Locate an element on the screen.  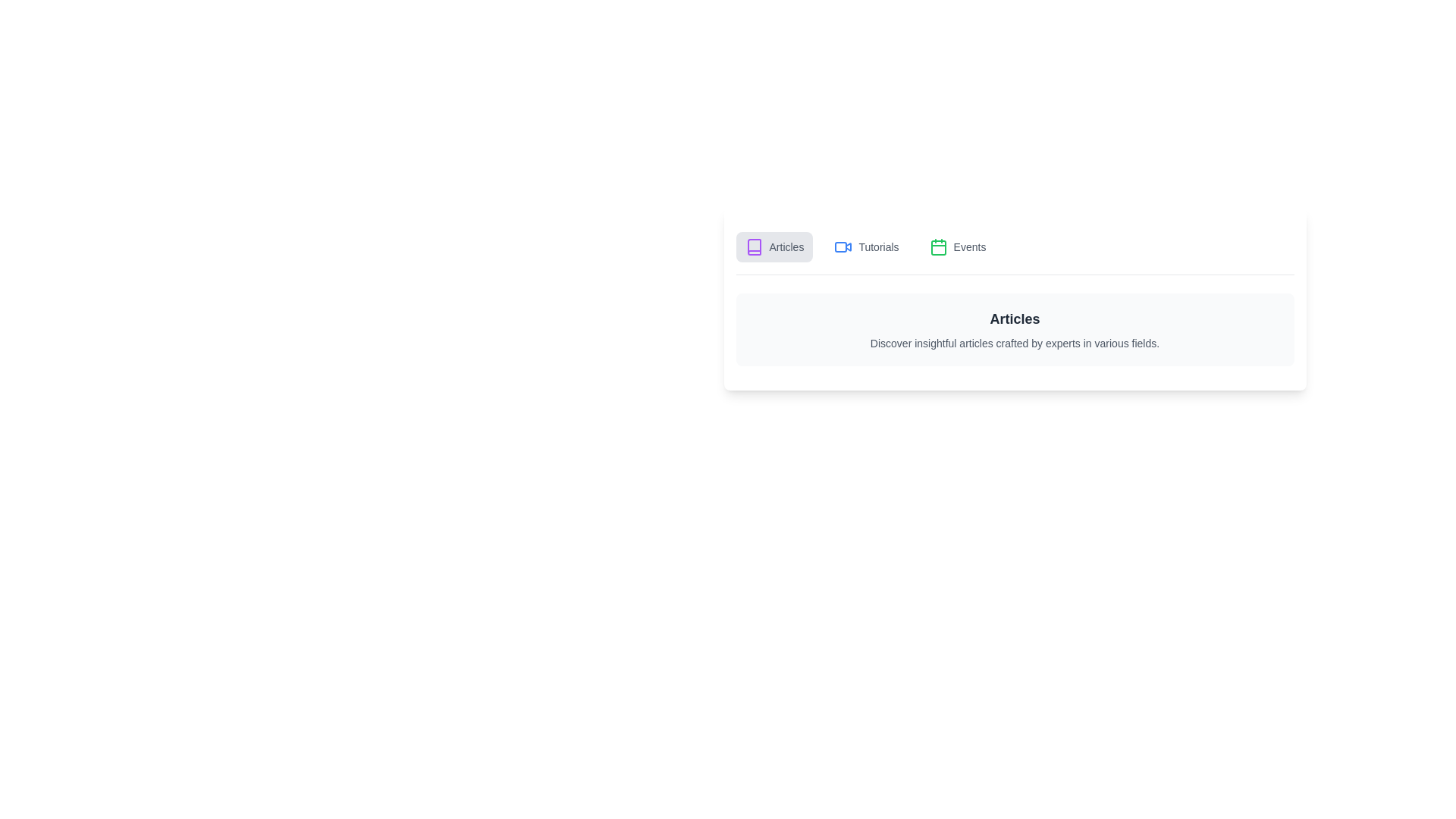
the tab corresponding to Tutorials is located at coordinates (866, 246).